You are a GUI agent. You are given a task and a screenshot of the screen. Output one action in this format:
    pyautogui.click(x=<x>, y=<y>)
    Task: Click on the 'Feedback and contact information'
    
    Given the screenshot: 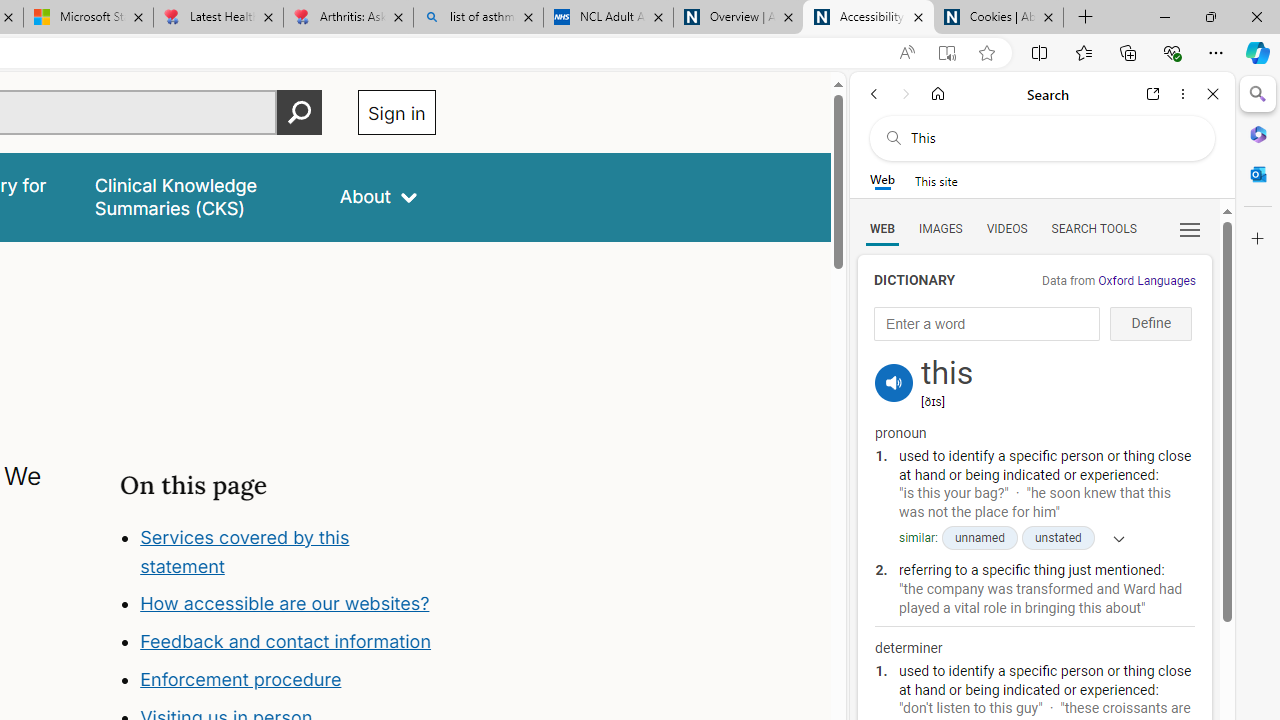 What is the action you would take?
    pyautogui.click(x=285, y=641)
    